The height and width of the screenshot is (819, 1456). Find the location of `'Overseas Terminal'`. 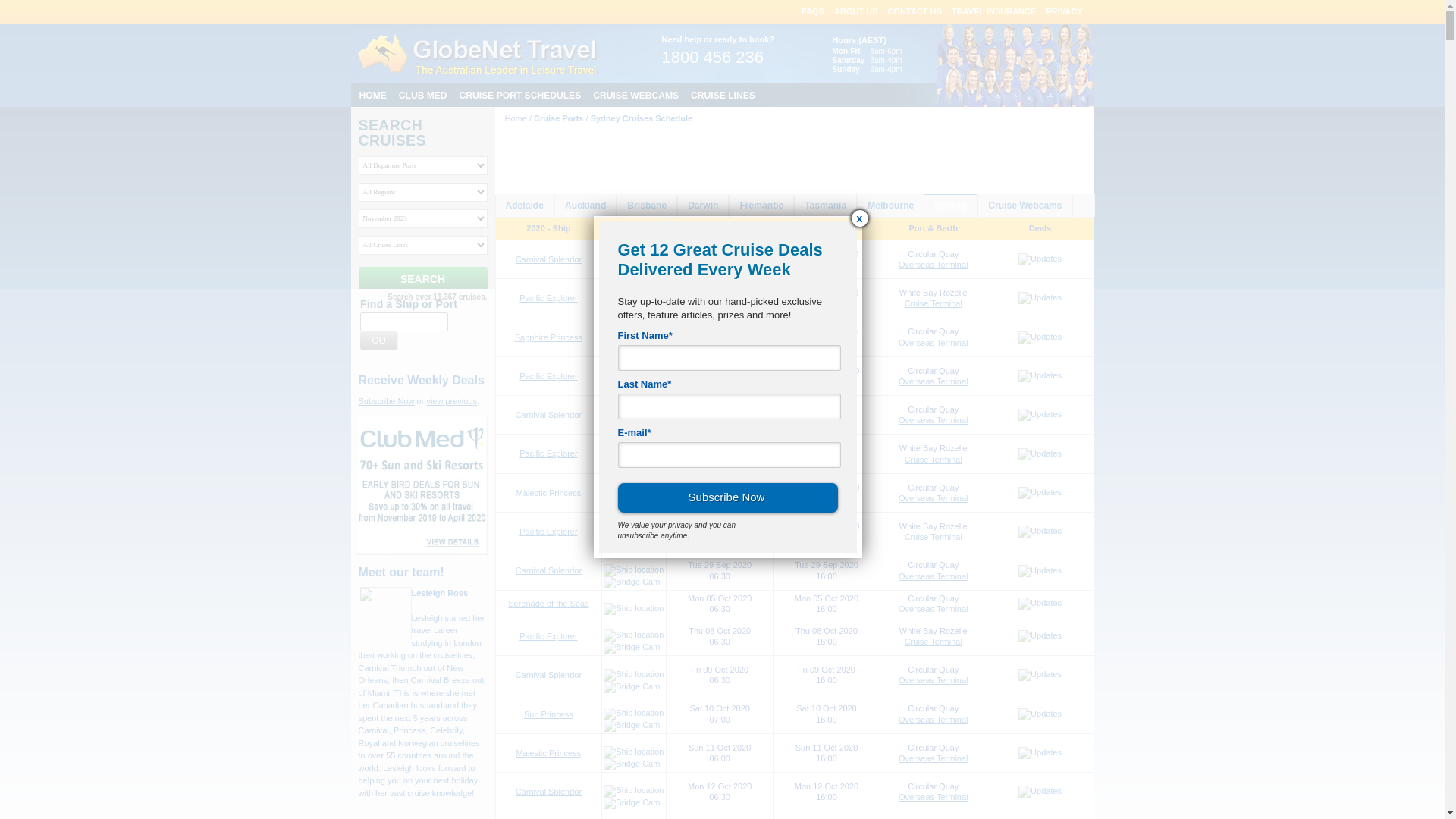

'Overseas Terminal' is located at coordinates (932, 380).